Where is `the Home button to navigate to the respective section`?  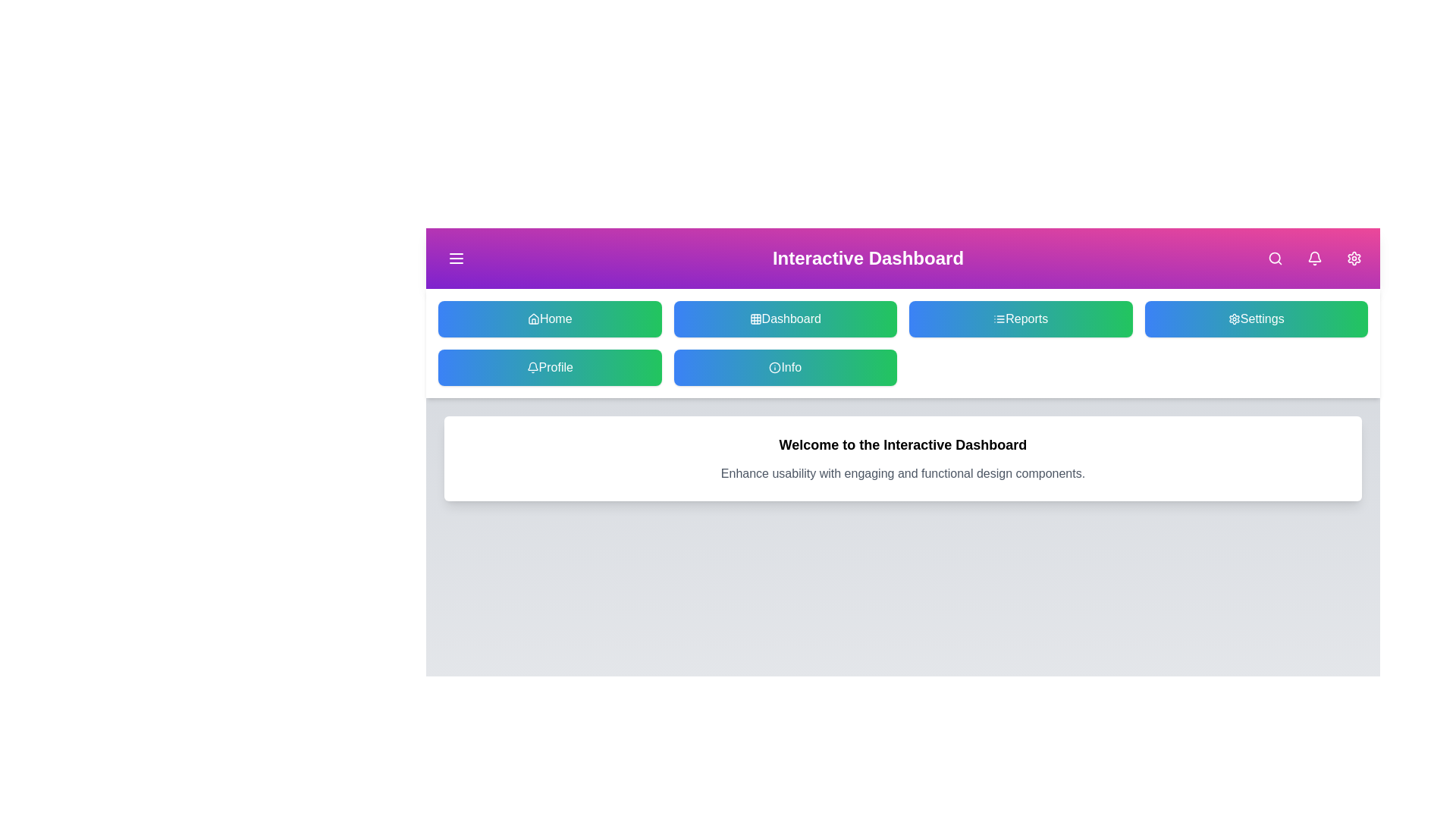
the Home button to navigate to the respective section is located at coordinates (549, 318).